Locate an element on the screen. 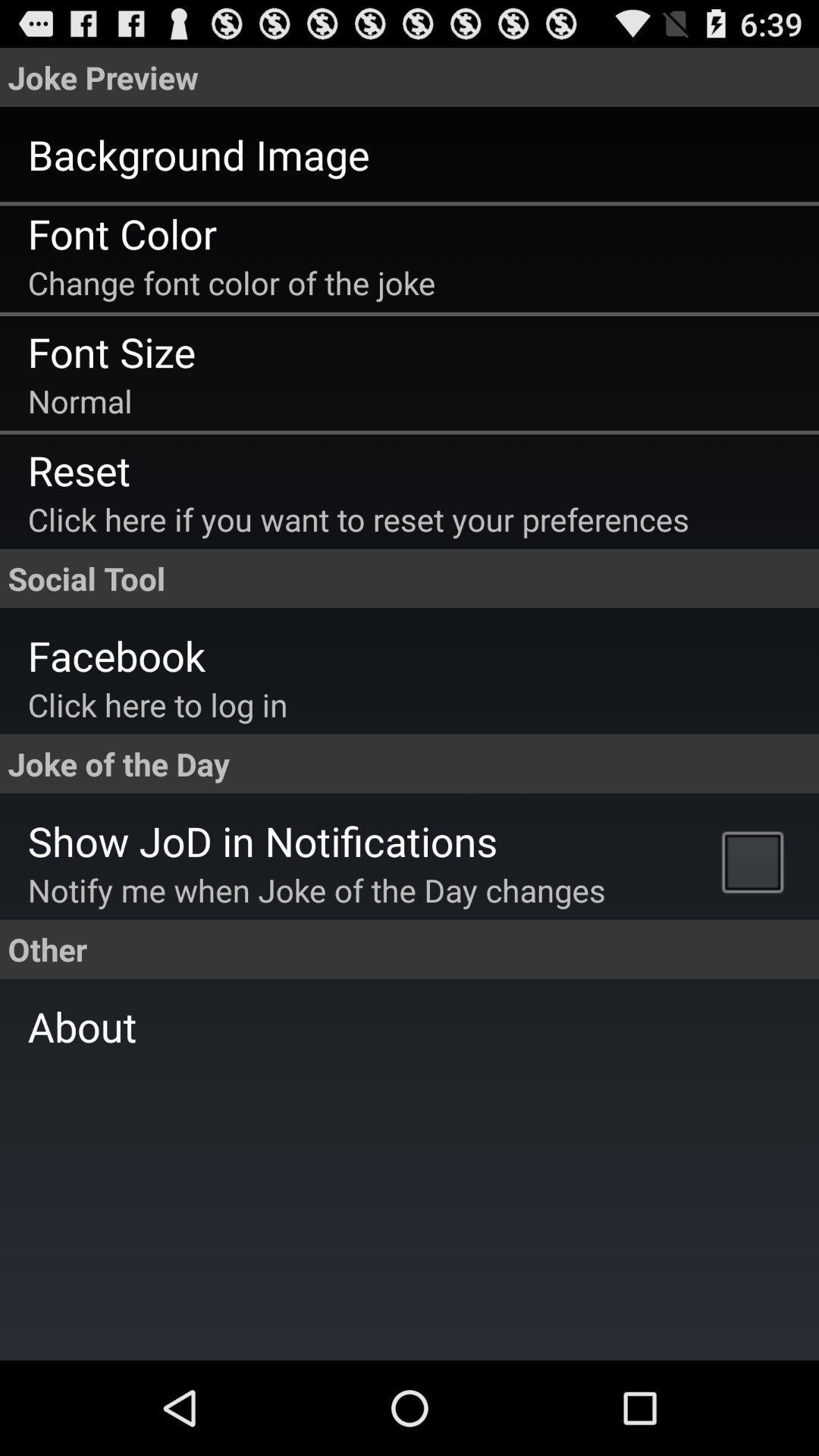 The width and height of the screenshot is (819, 1456). the item to the right of the notify me when app is located at coordinates (756, 861).